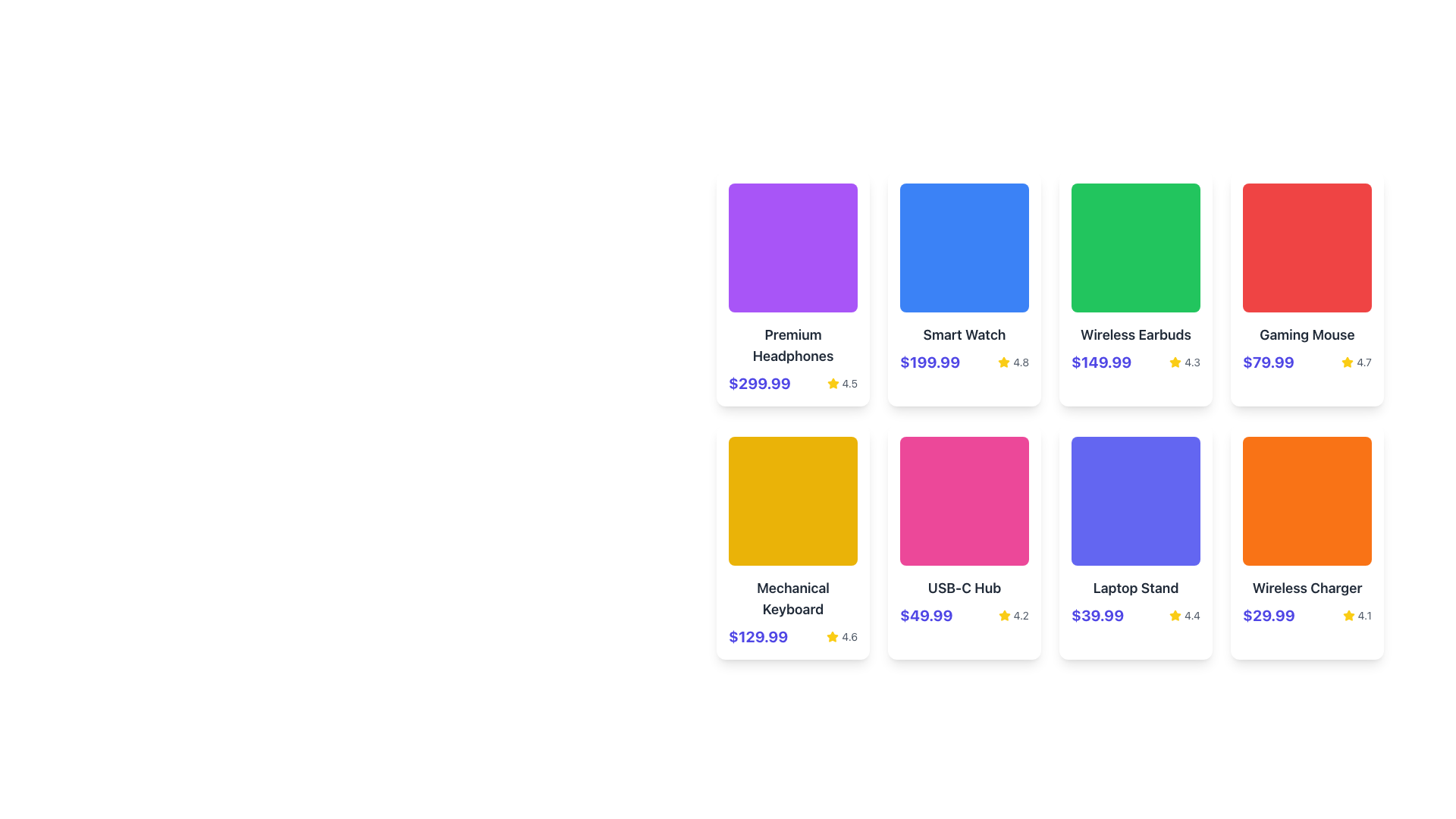 The width and height of the screenshot is (1456, 819). I want to click on the star icon representing the rating for the 'Mechanical Keyboard' product located in the bottom section of its product card, to the right of the price text and adjacent to the rating label, so click(832, 636).